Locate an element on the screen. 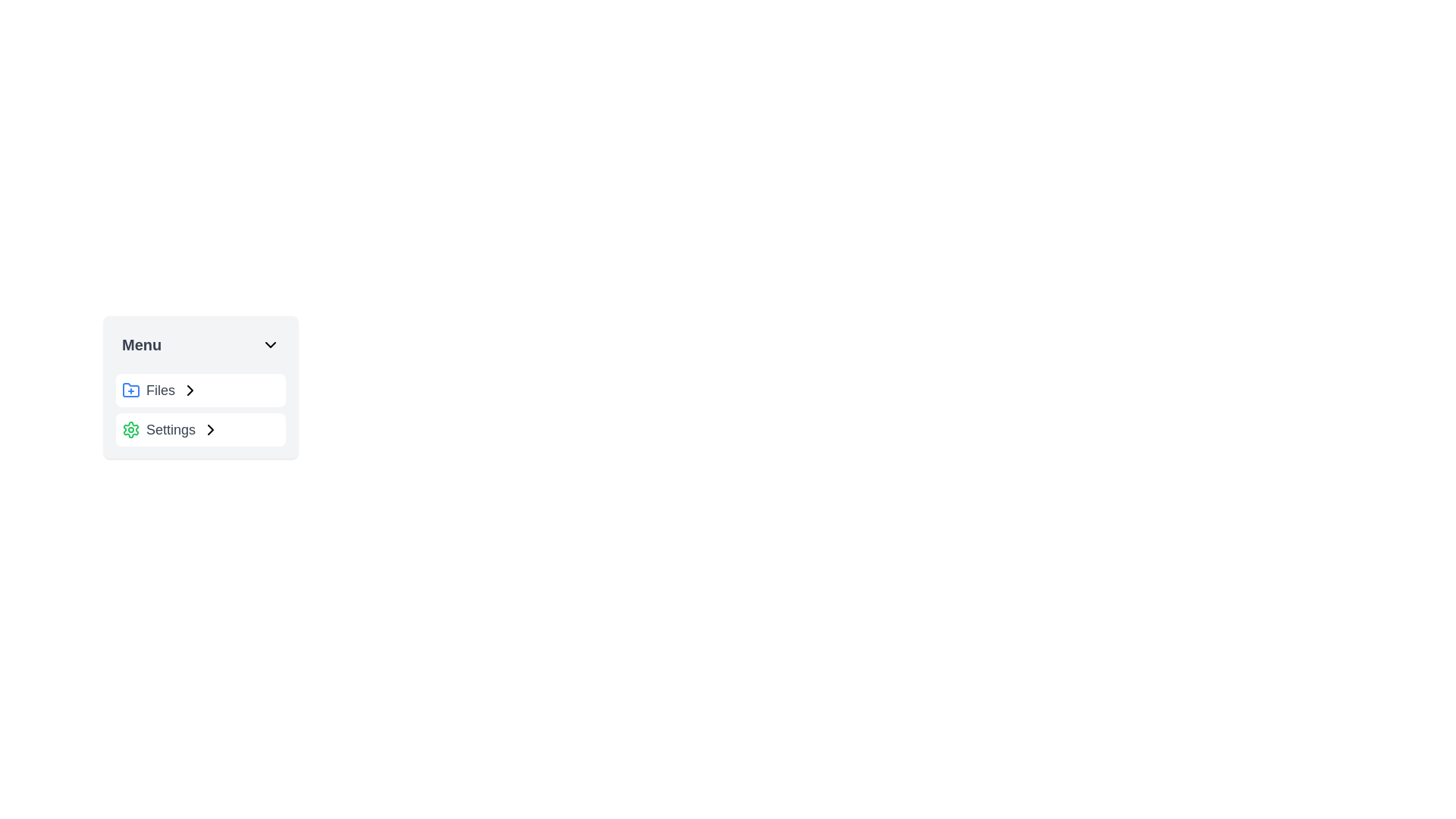 The width and height of the screenshot is (1456, 819). the Right Chevron icon located to the right of the 'Files' text in the 'Files' menu is located at coordinates (189, 390).